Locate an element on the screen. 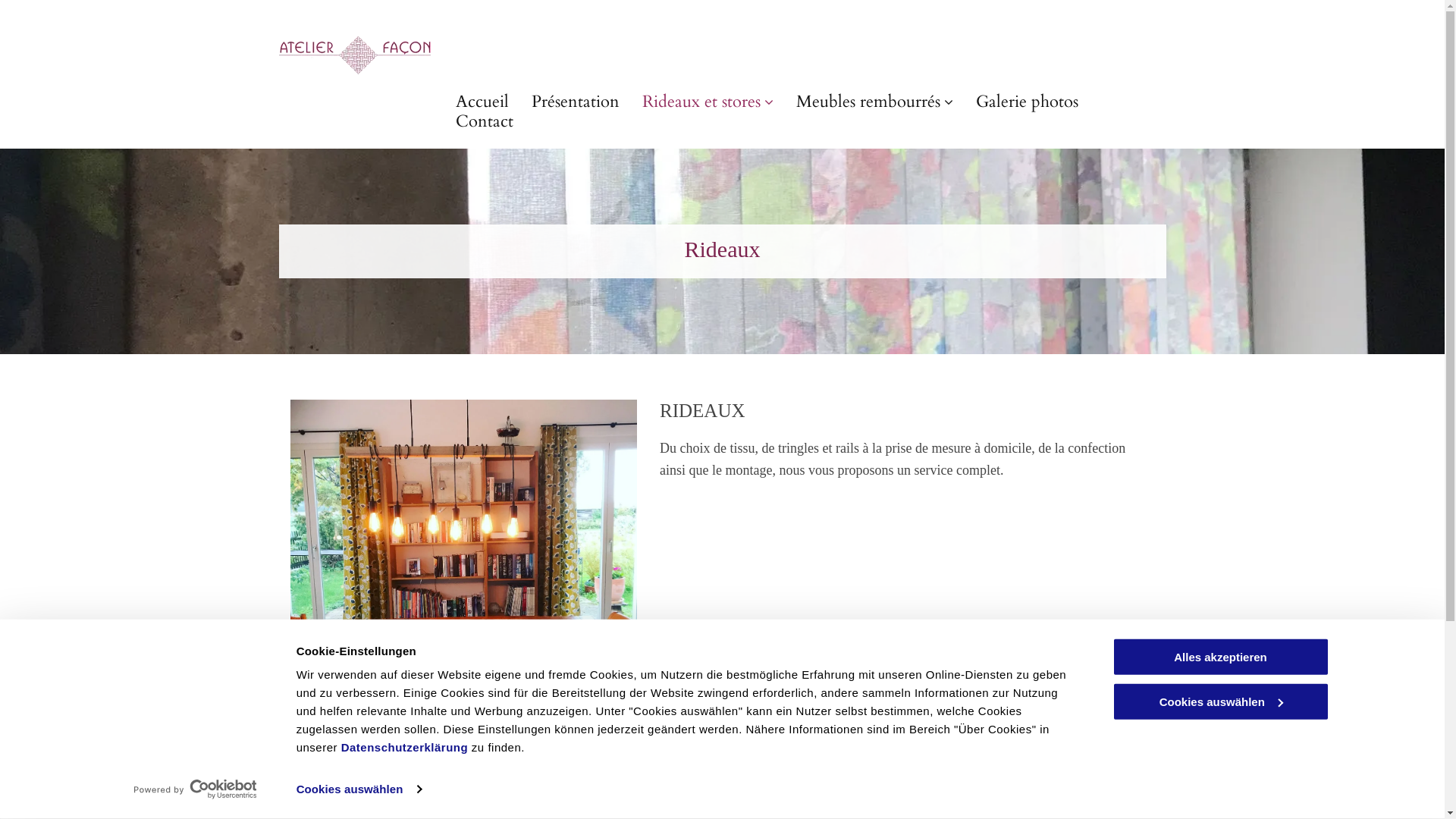 The image size is (1456, 819). 'Galerie photos' is located at coordinates (1027, 102).